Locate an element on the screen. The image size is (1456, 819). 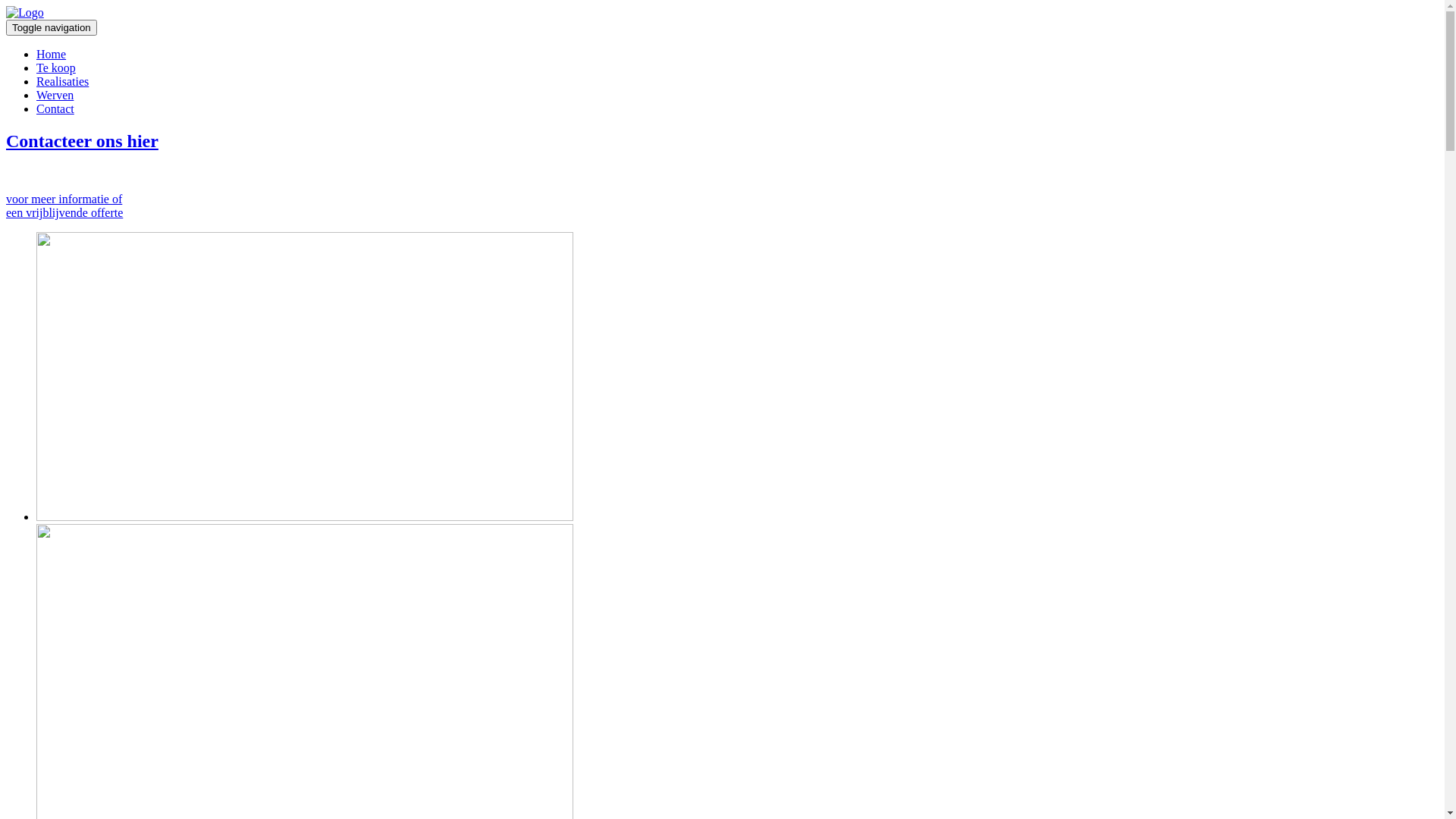
'Werven' is located at coordinates (55, 95).